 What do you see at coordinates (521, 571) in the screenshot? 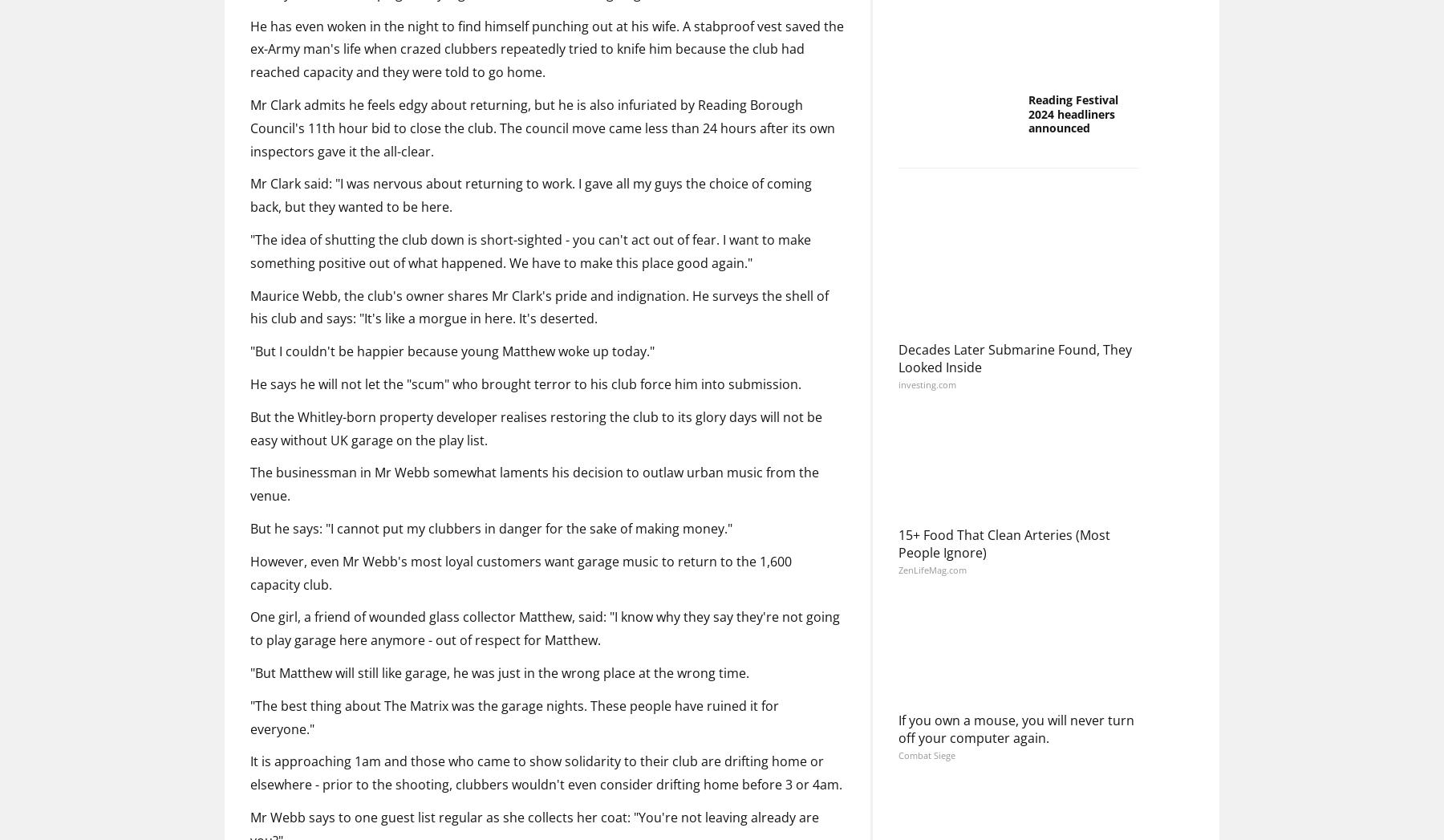
I see `'However, even Mr Webb's most loyal customers want garage music to return to the 1,600 capacity club.'` at bounding box center [521, 571].